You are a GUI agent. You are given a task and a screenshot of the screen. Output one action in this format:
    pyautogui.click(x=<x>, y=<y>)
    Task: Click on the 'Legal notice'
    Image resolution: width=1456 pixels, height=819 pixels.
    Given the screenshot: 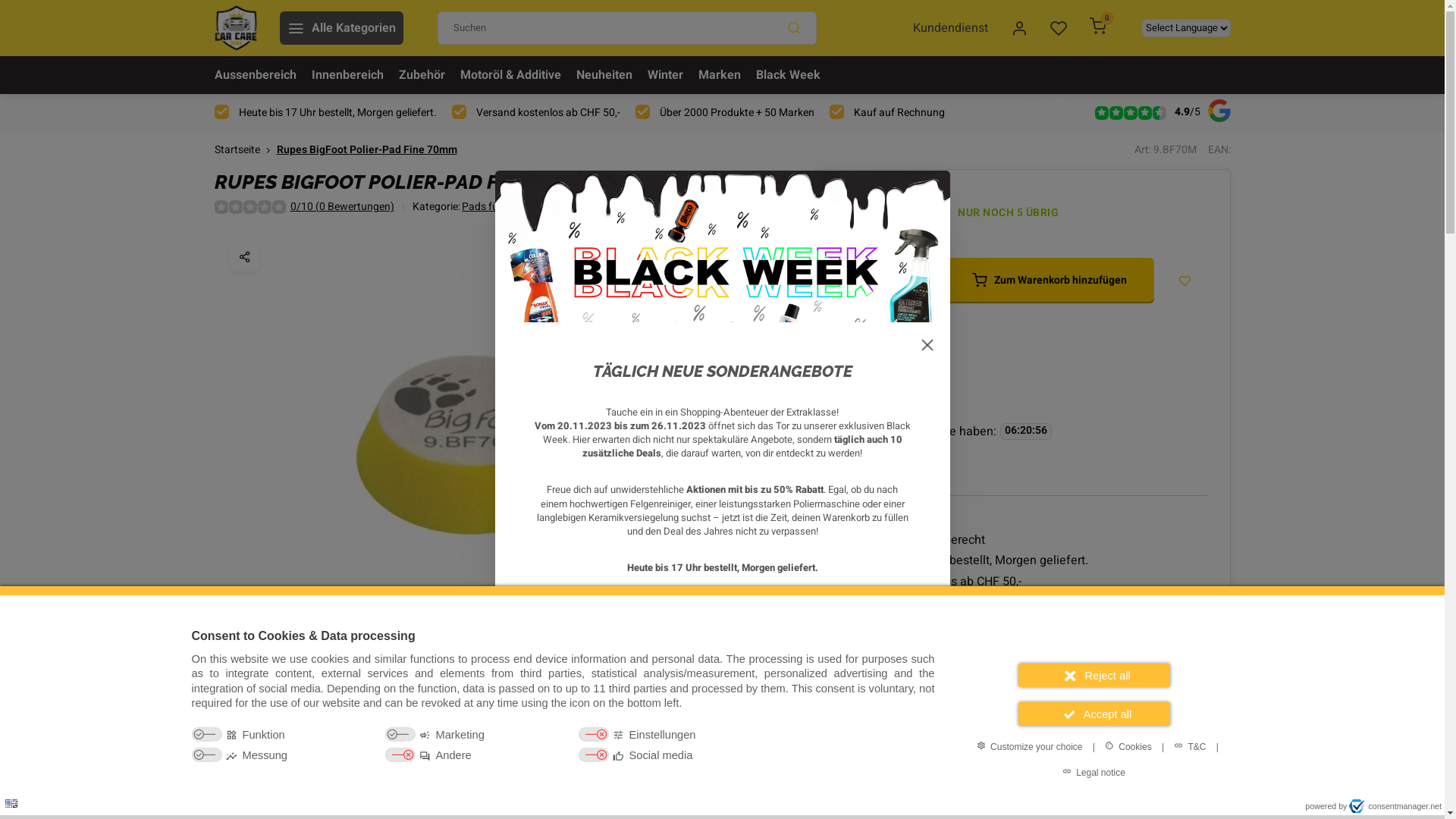 What is the action you would take?
    pyautogui.click(x=1094, y=772)
    